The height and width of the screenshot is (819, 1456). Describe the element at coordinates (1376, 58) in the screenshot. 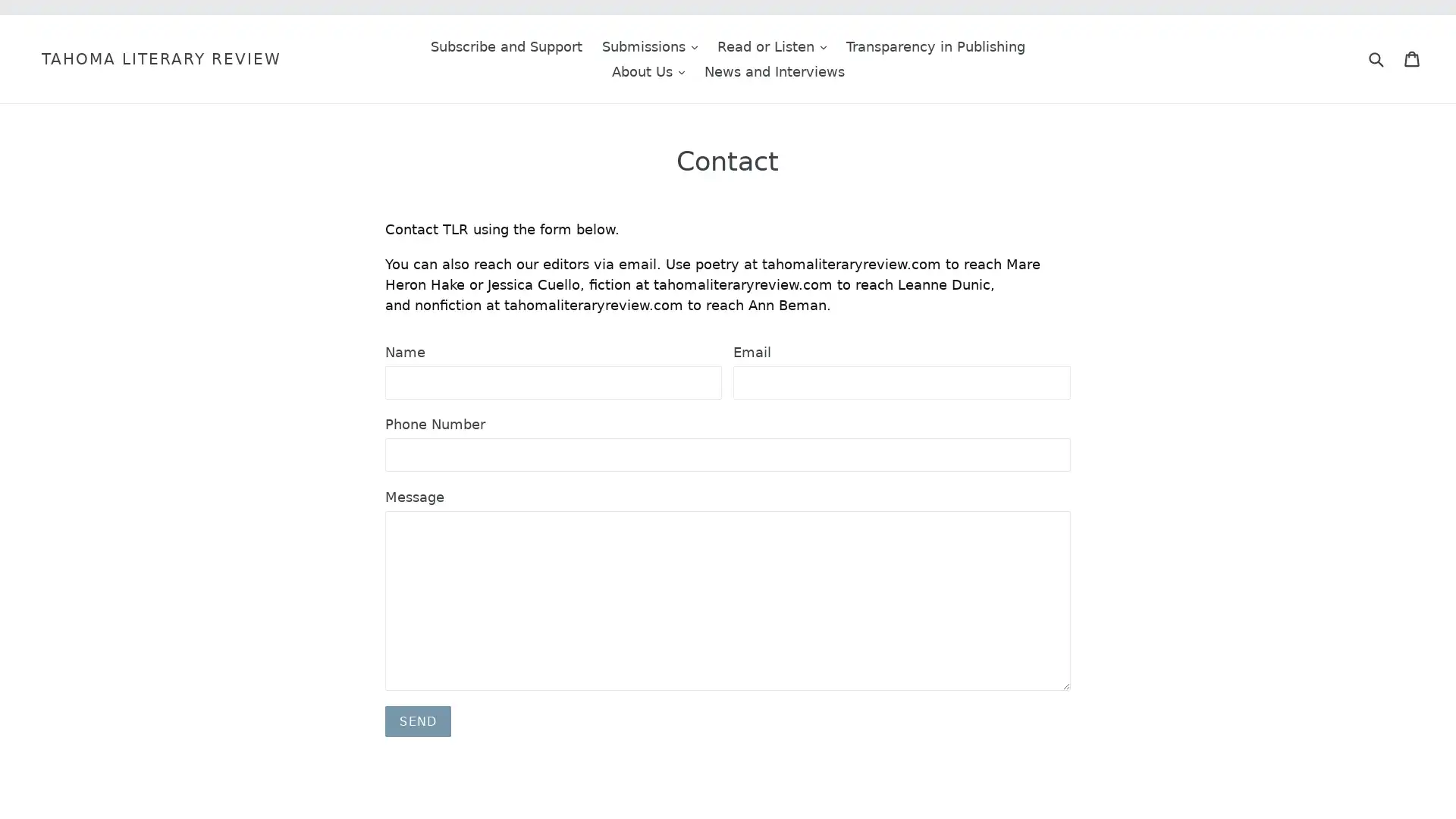

I see `Submit` at that location.